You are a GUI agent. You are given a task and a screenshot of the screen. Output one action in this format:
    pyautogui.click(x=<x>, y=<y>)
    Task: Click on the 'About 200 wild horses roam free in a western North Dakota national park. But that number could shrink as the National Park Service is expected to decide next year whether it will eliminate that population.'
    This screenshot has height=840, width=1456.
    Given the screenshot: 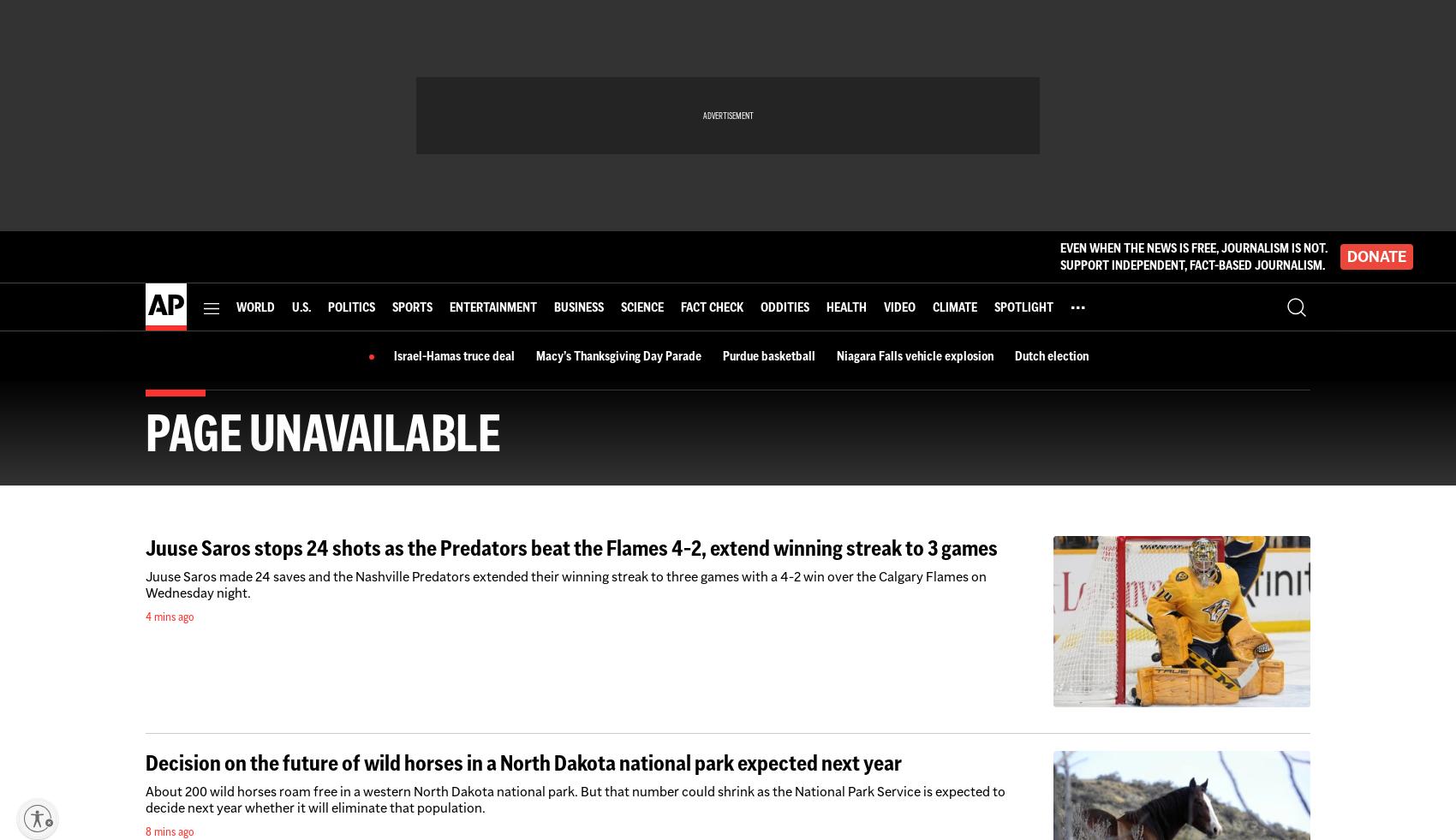 What is the action you would take?
    pyautogui.click(x=145, y=799)
    